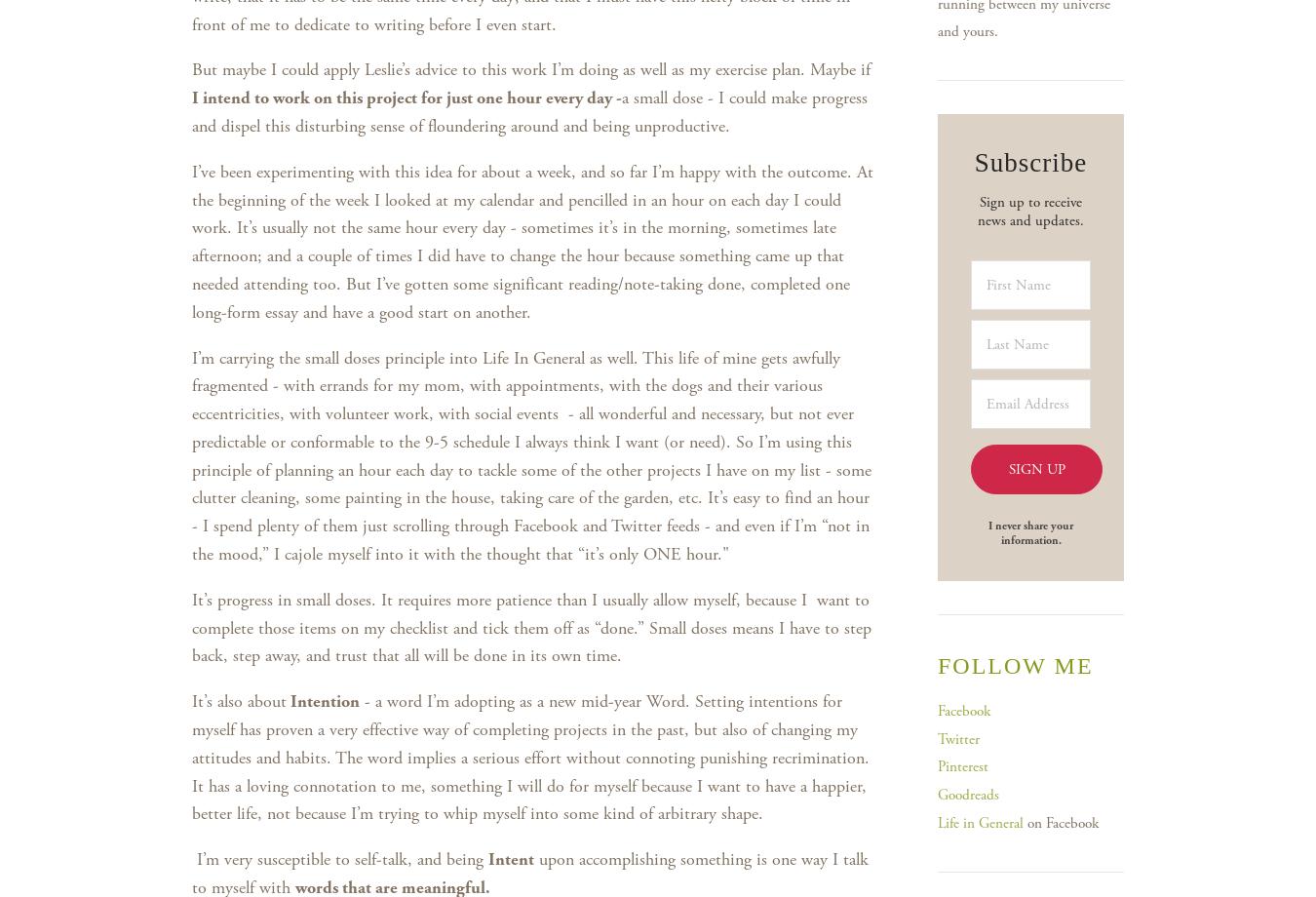 The height and width of the screenshot is (897, 1316). What do you see at coordinates (191, 701) in the screenshot?
I see `'It’s also about'` at bounding box center [191, 701].